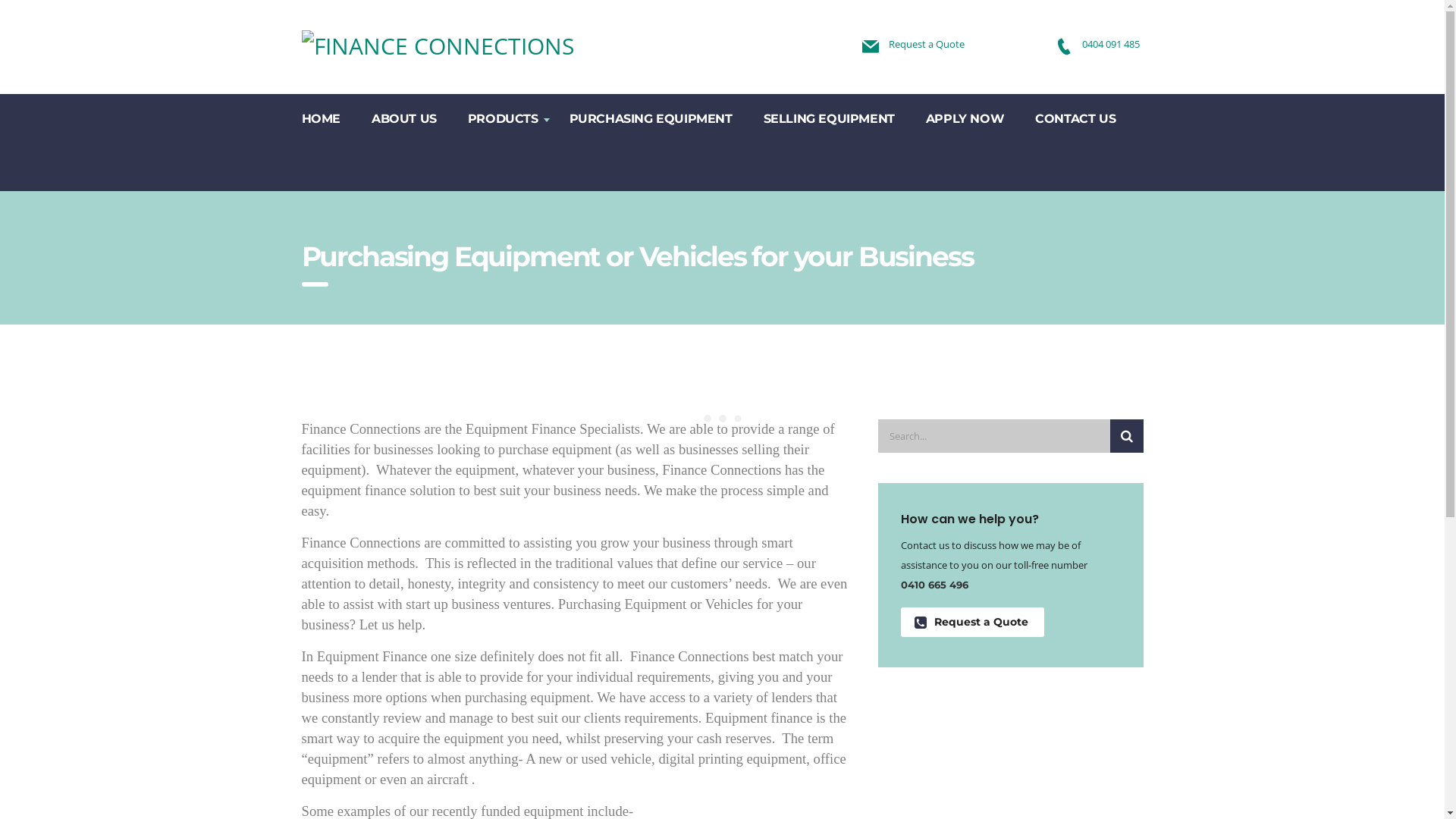  What do you see at coordinates (356, 117) in the screenshot?
I see `'ABOUT US'` at bounding box center [356, 117].